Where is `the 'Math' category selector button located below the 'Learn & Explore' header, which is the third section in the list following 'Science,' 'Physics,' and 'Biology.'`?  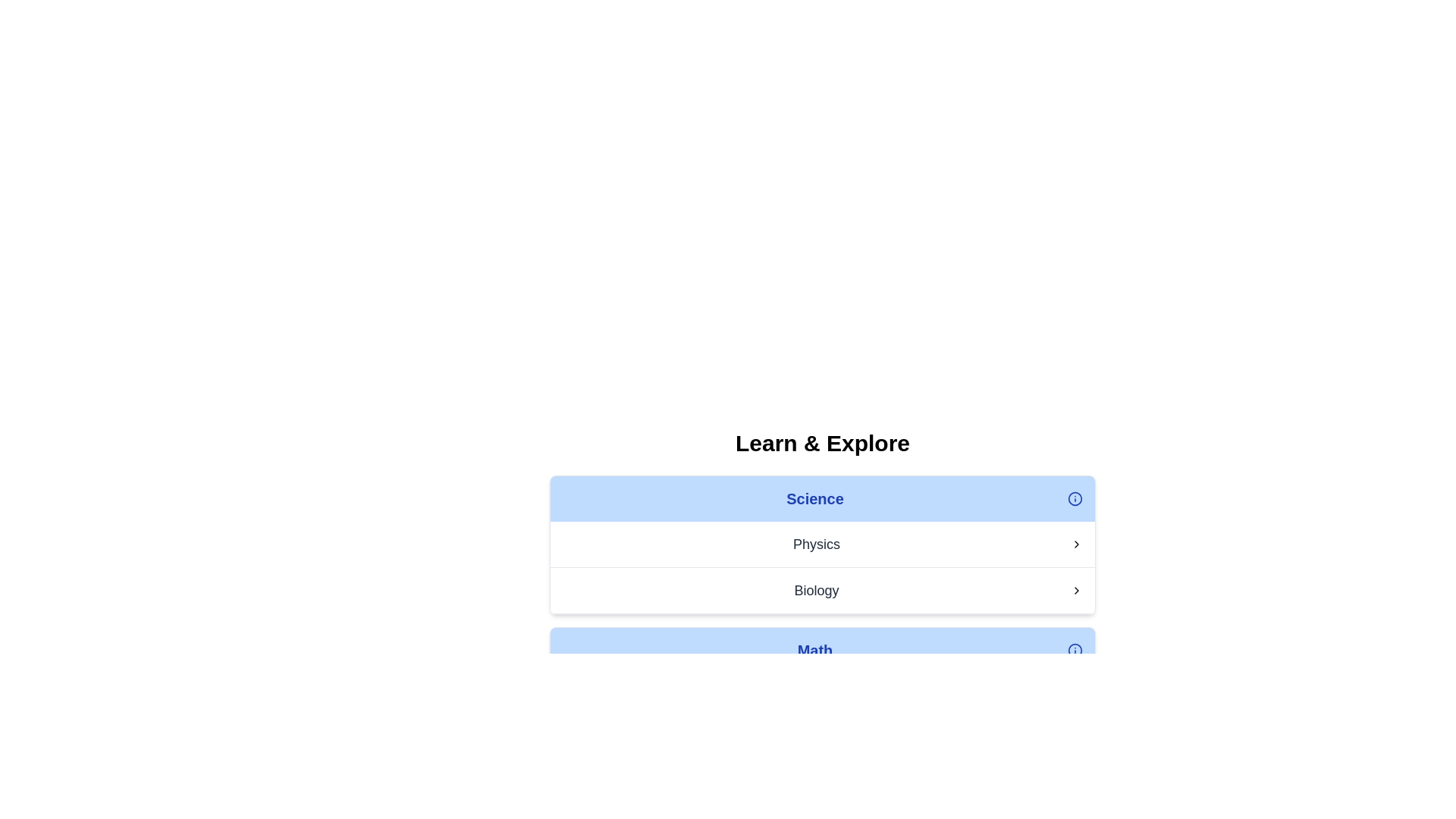
the 'Math' category selector button located below the 'Learn & Explore' header, which is the third section in the list following 'Science,' 'Physics,' and 'Biology.' is located at coordinates (821, 649).